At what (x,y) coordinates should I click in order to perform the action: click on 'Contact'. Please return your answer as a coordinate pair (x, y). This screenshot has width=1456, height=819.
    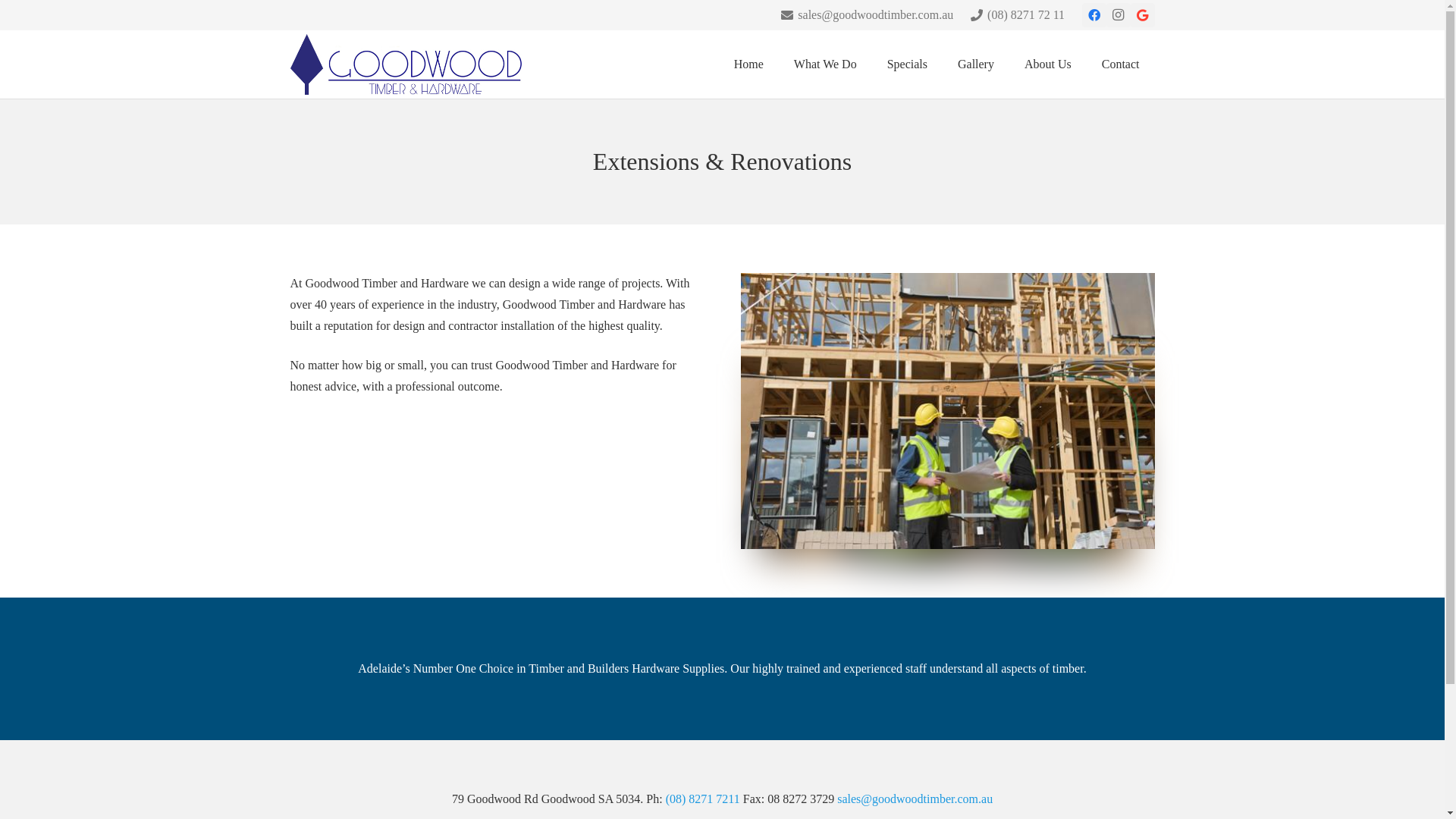
    Looking at the image, I should click on (1121, 63).